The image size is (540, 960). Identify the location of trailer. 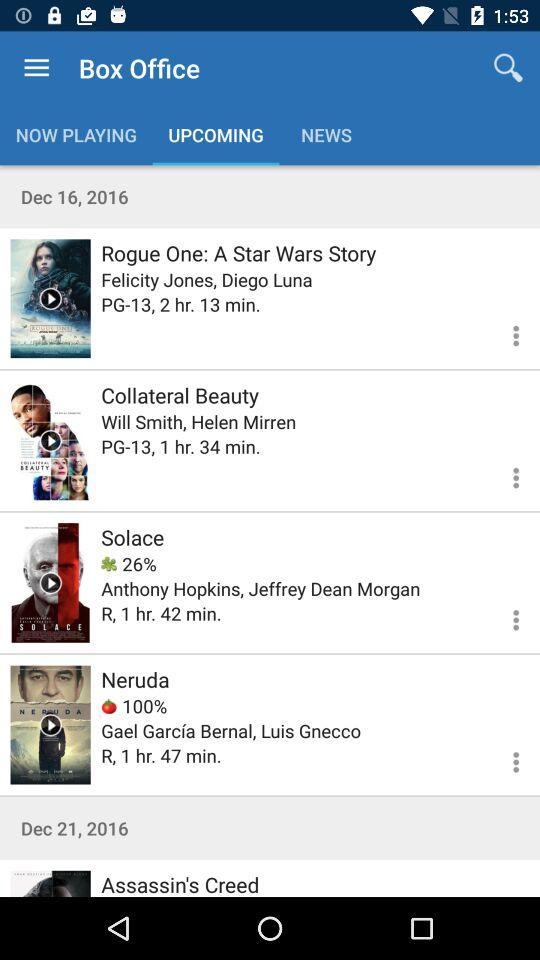
(50, 724).